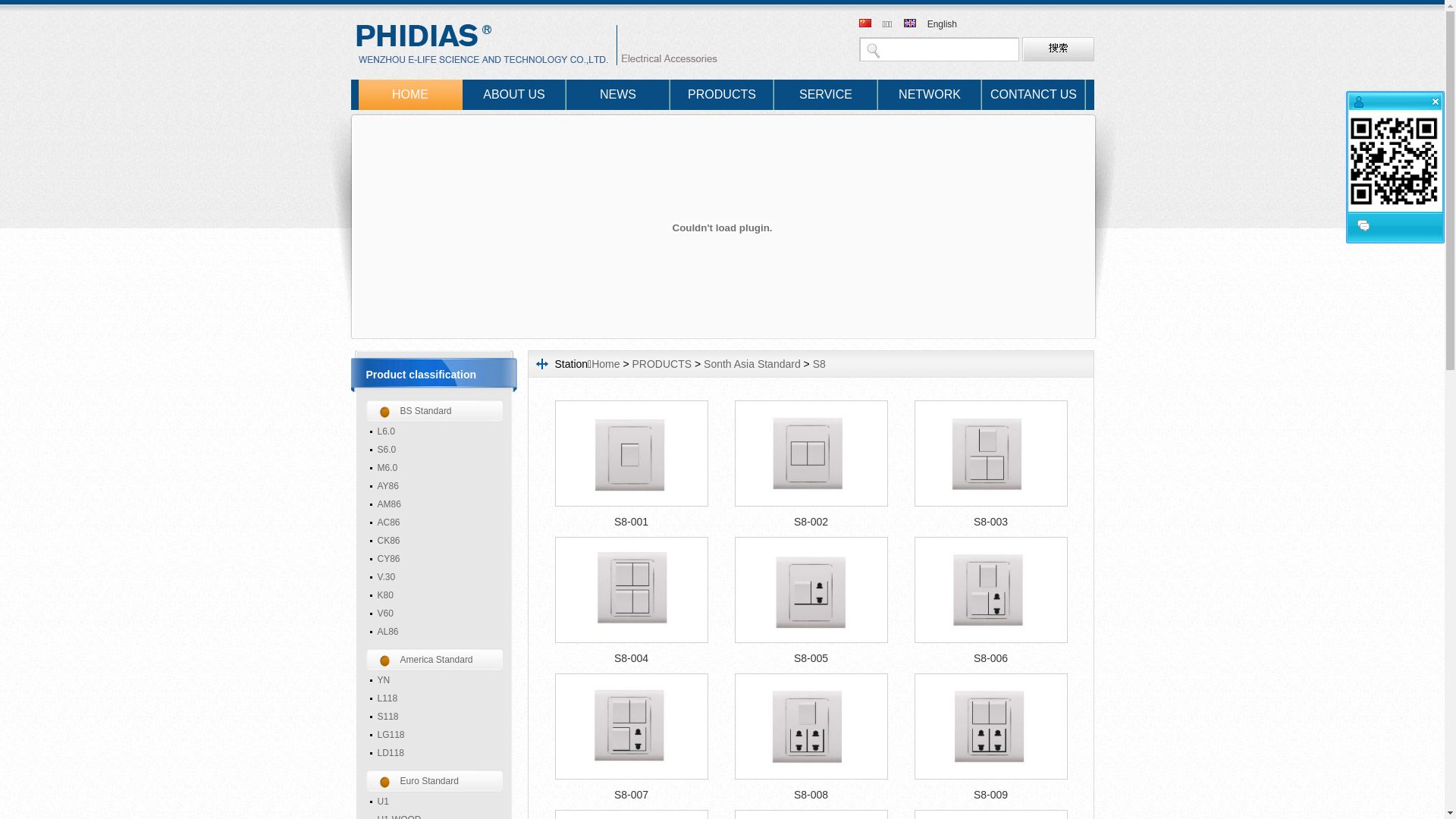 This screenshot has width=1456, height=819. What do you see at coordinates (349, 467) in the screenshot?
I see `'M6.0'` at bounding box center [349, 467].